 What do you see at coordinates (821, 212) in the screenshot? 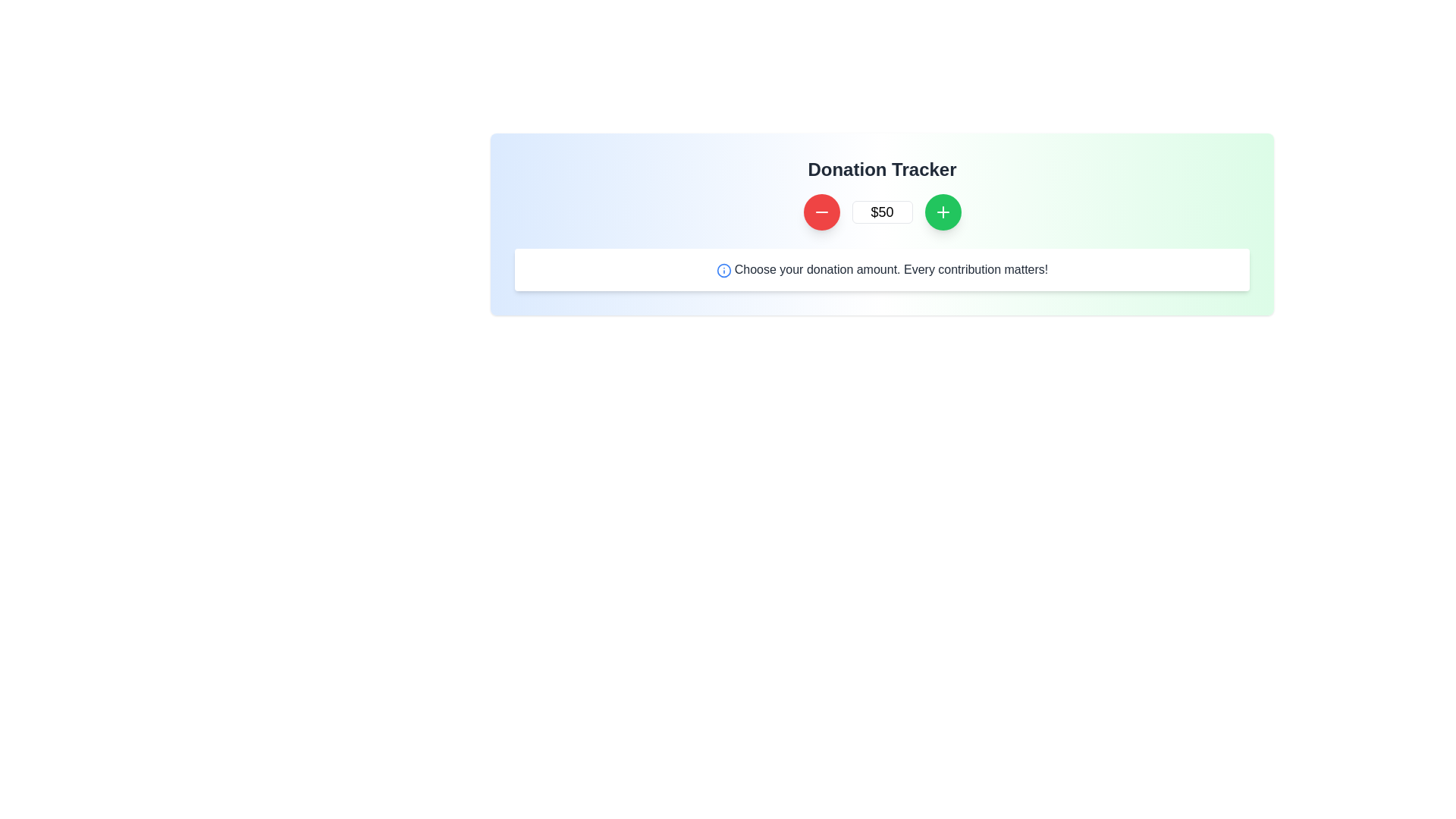
I see `the minus icon, which is a bold horizontal line centered within a red circular button, to decrement the value` at bounding box center [821, 212].